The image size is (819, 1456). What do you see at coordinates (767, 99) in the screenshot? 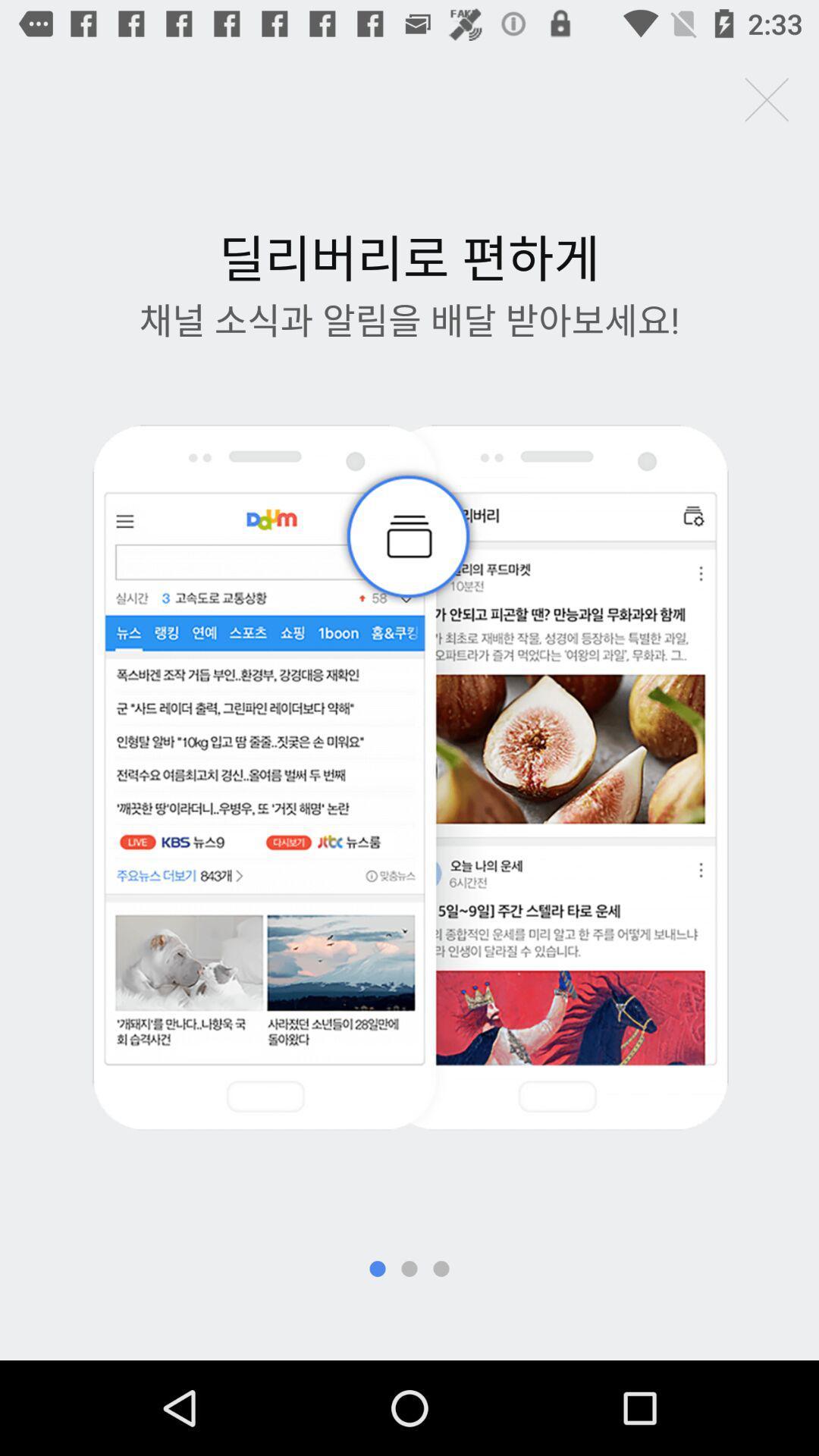
I see `the close icon` at bounding box center [767, 99].